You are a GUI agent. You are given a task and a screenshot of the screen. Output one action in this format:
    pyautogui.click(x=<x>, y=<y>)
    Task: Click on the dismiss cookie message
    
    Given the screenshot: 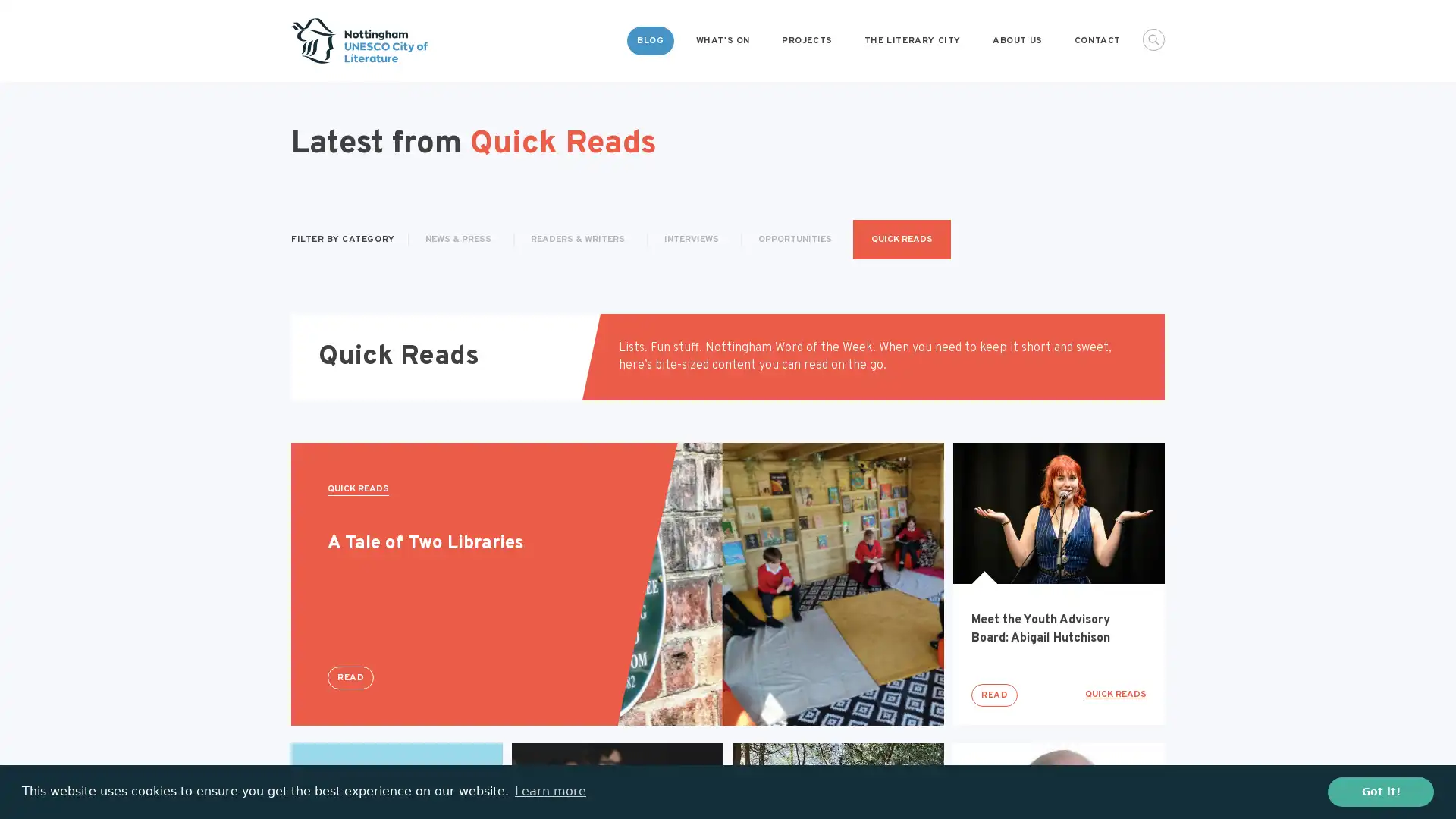 What is the action you would take?
    pyautogui.click(x=1380, y=791)
    